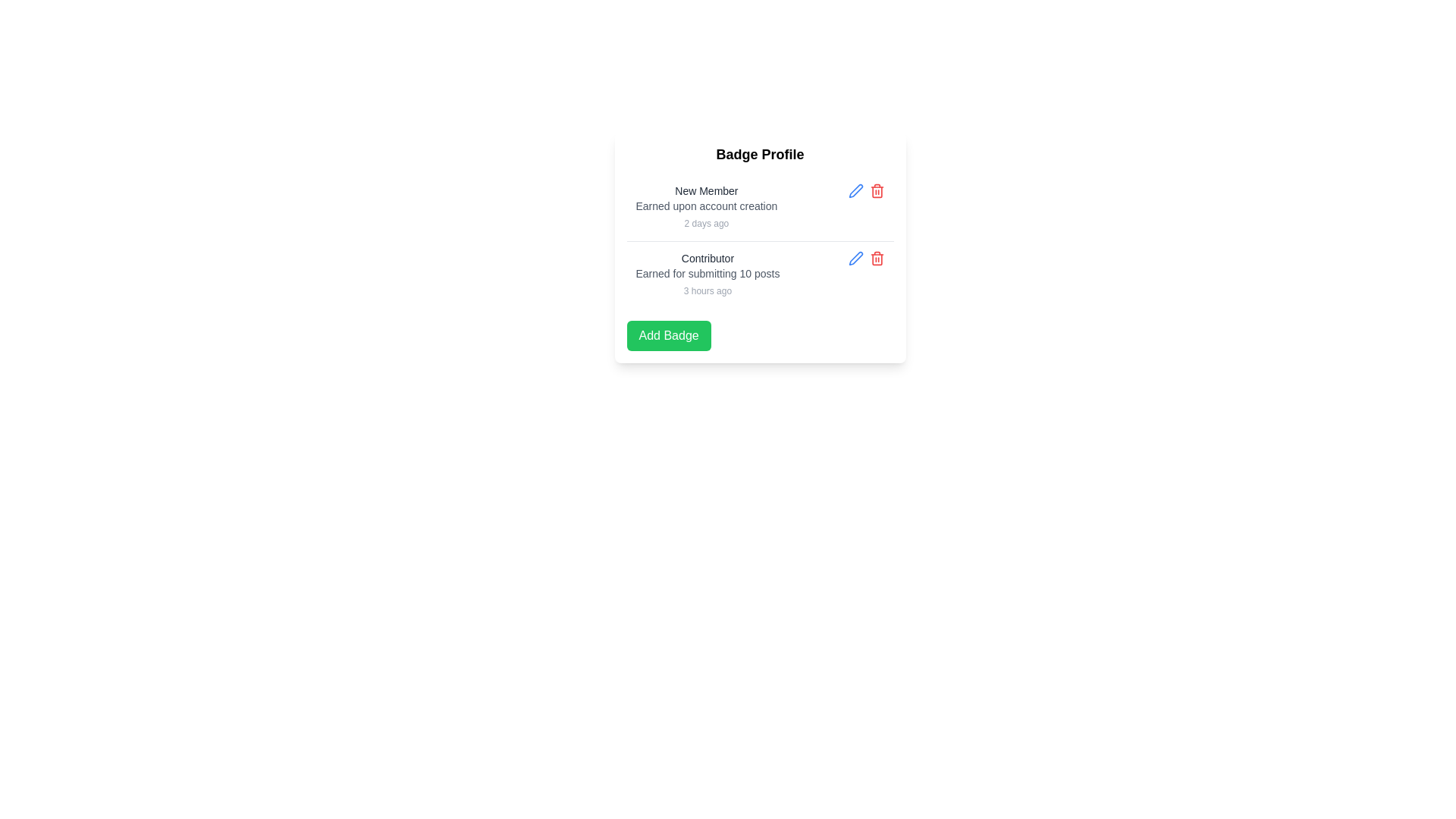 Image resolution: width=1456 pixels, height=819 pixels. I want to click on the information display block that shows details of a badge, including its name, reason for earning, and time awarded, located in the second row of the Badge Profile content, so click(707, 275).